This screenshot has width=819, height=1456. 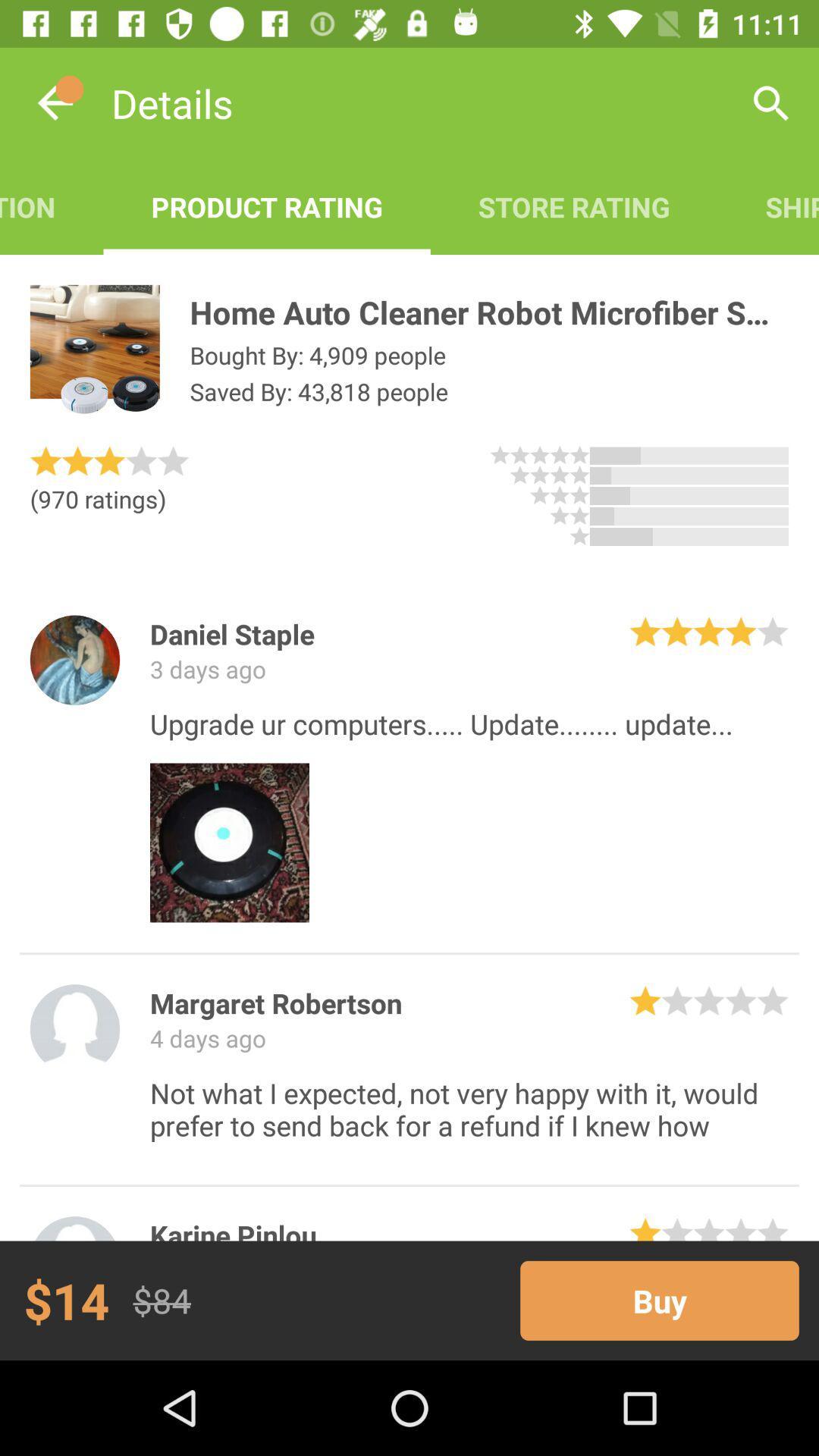 What do you see at coordinates (768, 206) in the screenshot?
I see `icon to the right of the store rating icon` at bounding box center [768, 206].